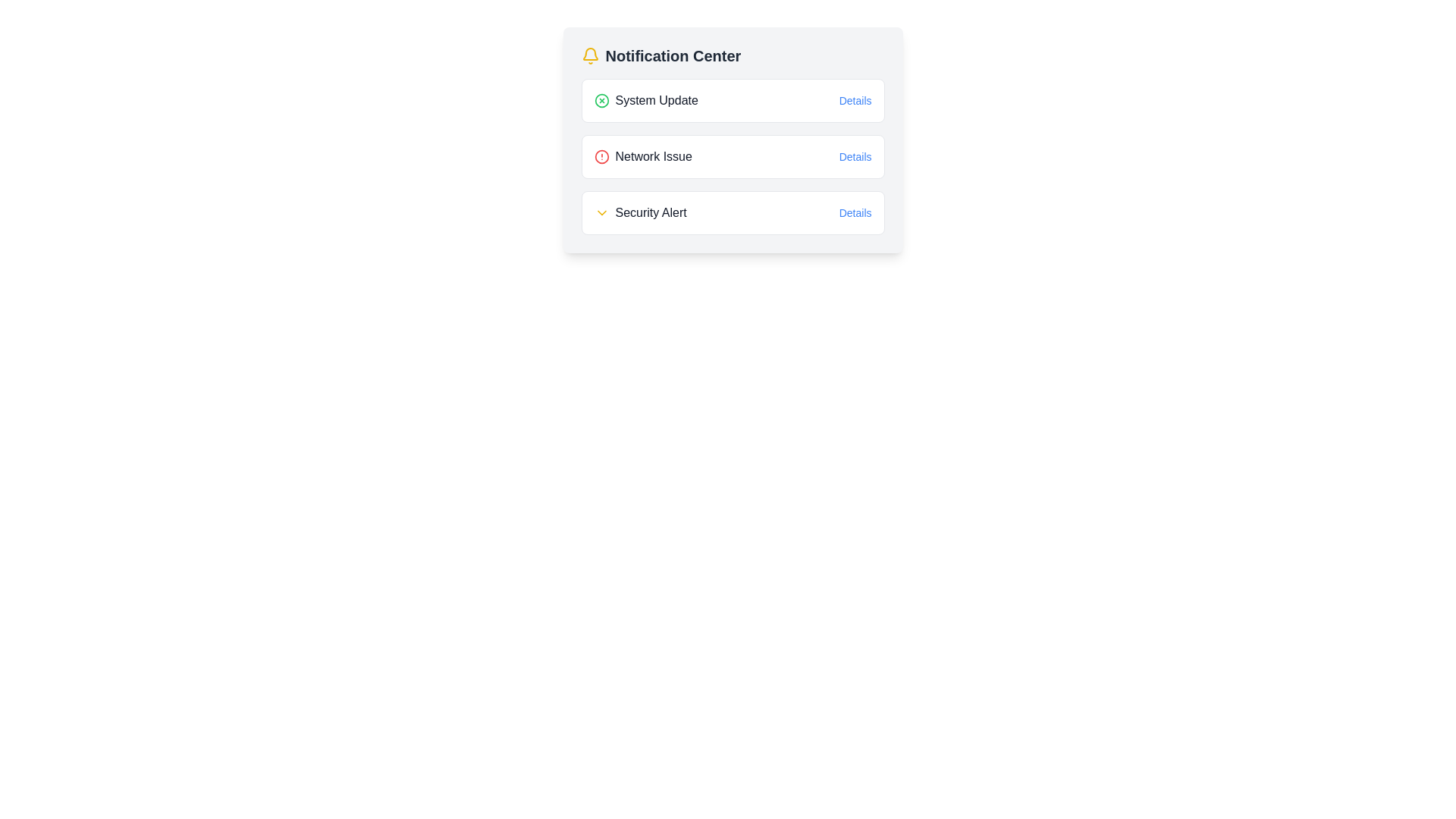 The height and width of the screenshot is (819, 1456). Describe the element at coordinates (651, 213) in the screenshot. I see `the 'Security Alert' text label in the Notification Center, which is the third item in the notification list` at that location.